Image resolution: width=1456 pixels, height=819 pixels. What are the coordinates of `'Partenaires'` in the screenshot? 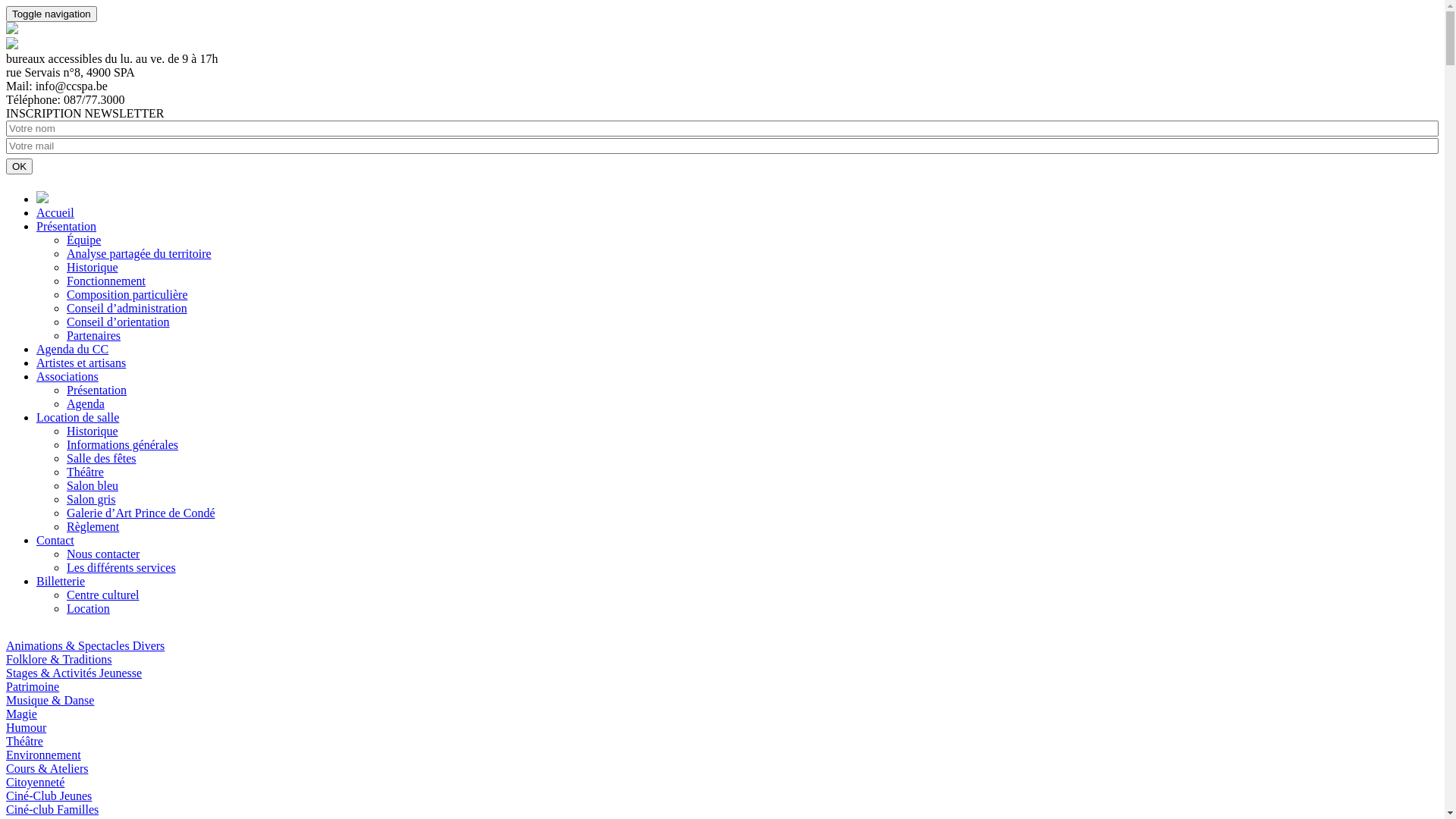 It's located at (65, 334).